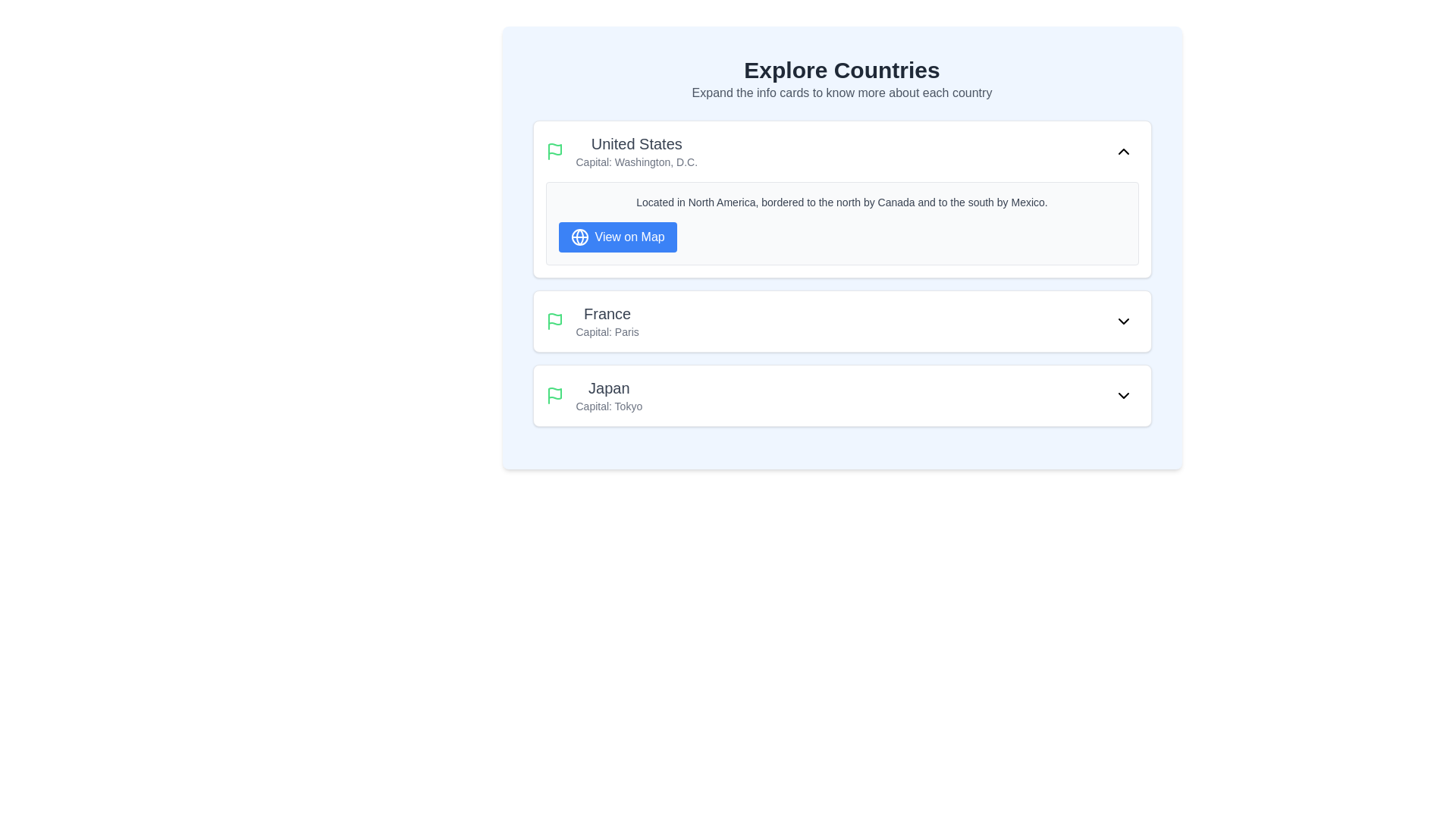 Image resolution: width=1456 pixels, height=819 pixels. Describe the element at coordinates (554, 149) in the screenshot. I see `the SVG flag illustration representing the United States, located at the top-left corner of the United States card section, adjacent to the title 'United States'` at that location.